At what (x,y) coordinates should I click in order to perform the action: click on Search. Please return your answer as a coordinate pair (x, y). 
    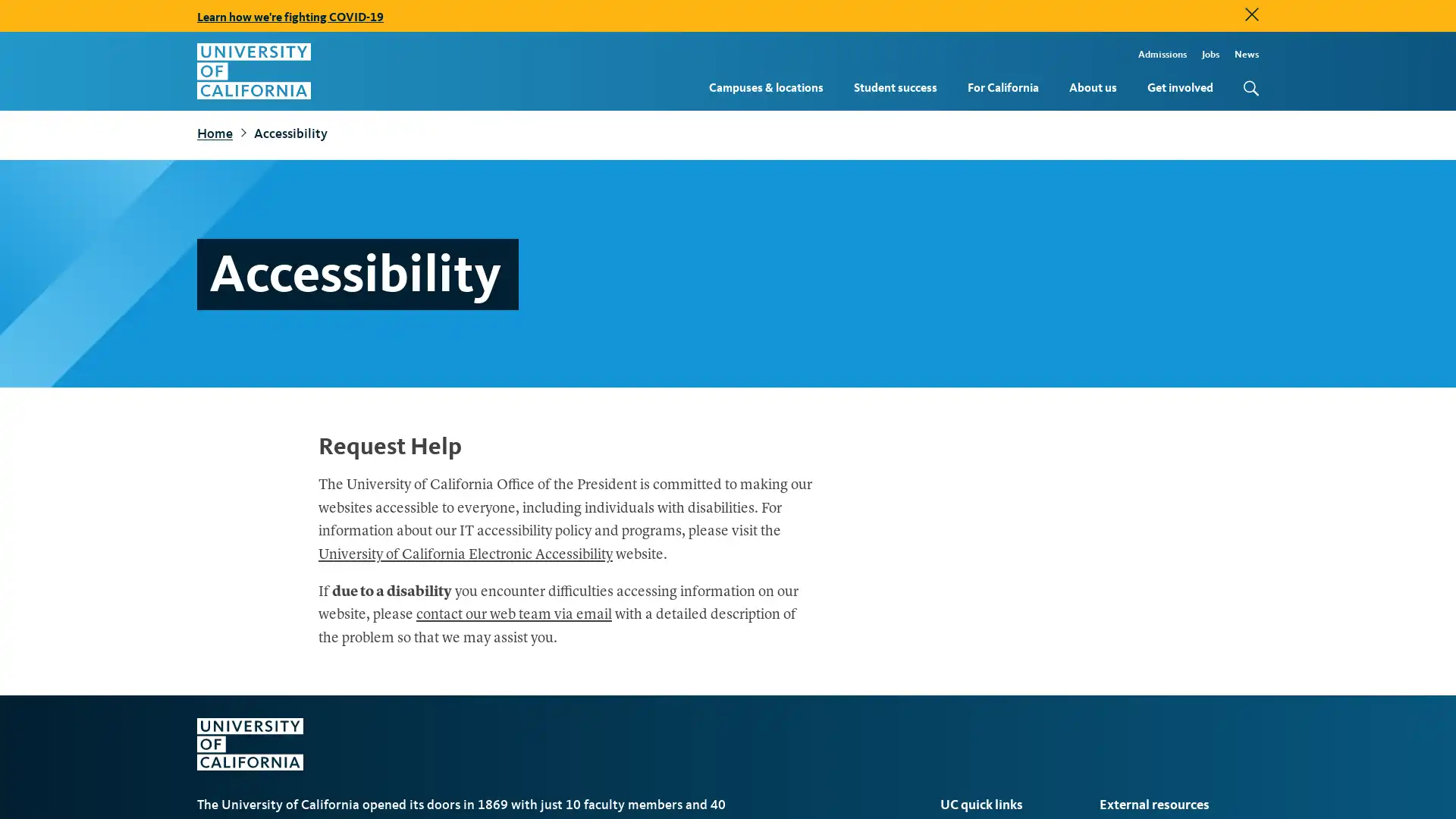
    Looking at the image, I should click on (1247, 87).